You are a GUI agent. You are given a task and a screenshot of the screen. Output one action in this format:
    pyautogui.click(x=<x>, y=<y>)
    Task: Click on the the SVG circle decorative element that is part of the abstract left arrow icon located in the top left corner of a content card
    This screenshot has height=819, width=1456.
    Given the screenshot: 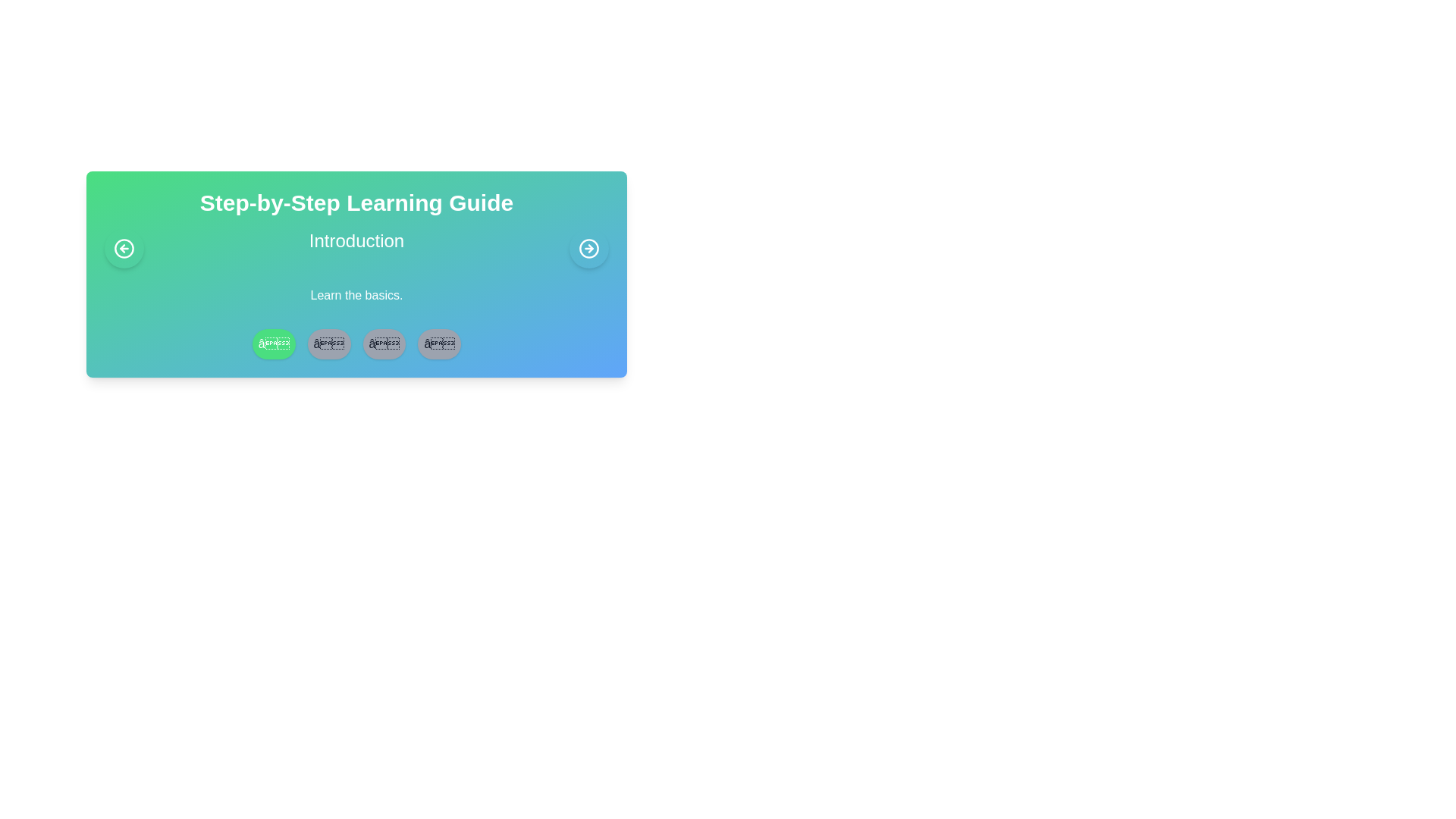 What is the action you would take?
    pyautogui.click(x=124, y=247)
    